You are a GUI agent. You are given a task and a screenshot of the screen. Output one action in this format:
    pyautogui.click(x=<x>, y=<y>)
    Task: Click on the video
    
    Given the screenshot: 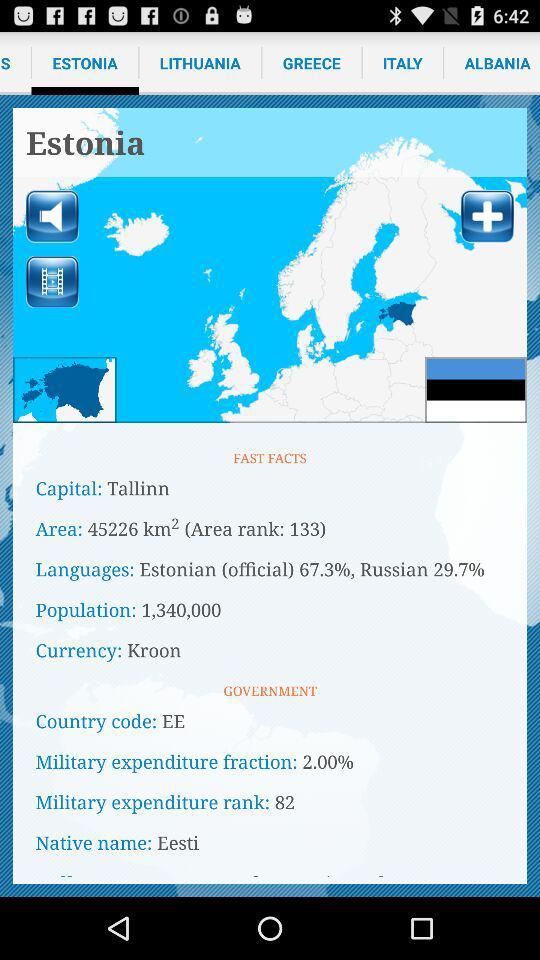 What is the action you would take?
    pyautogui.click(x=52, y=281)
    